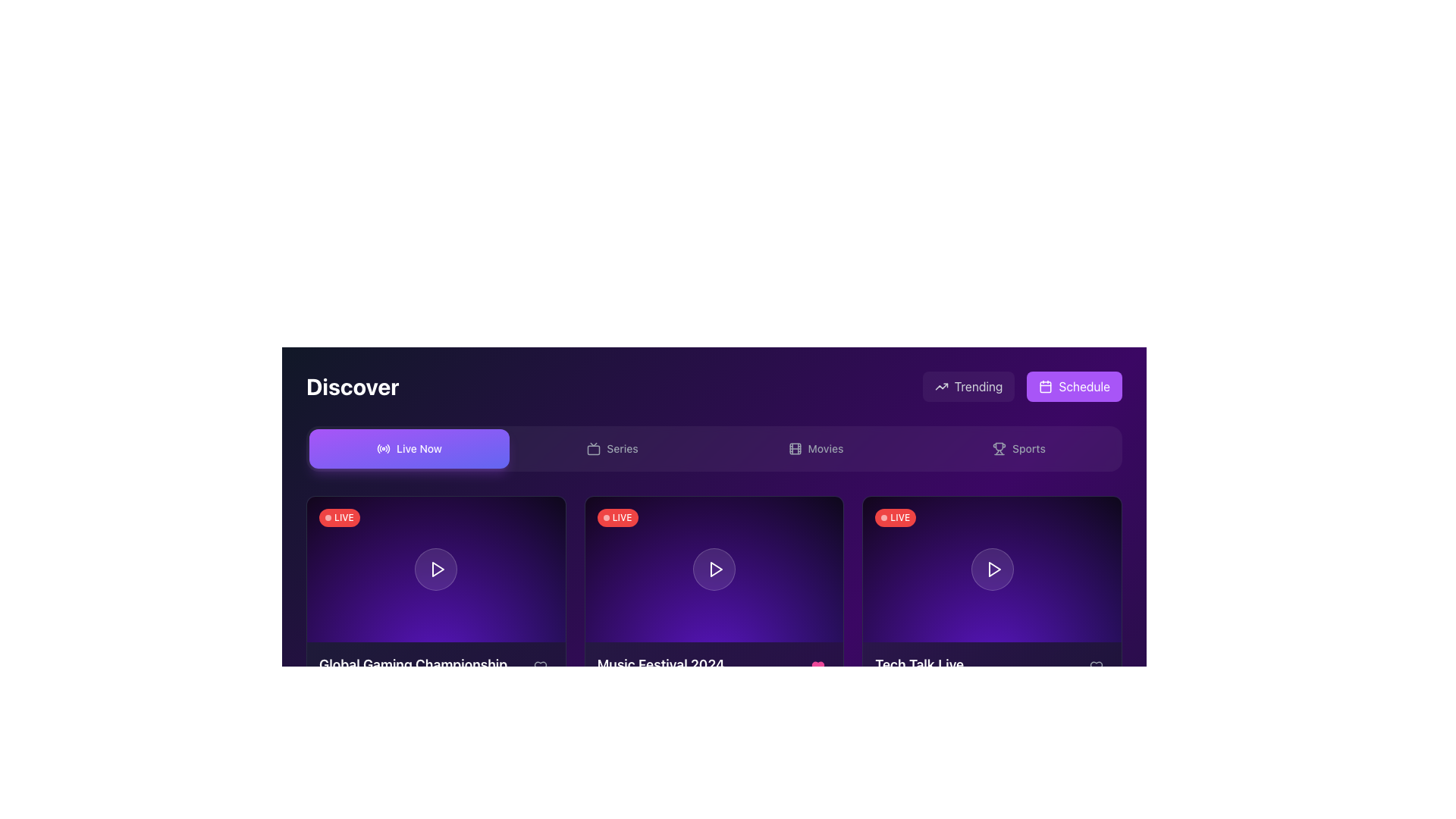 This screenshot has width=1456, height=819. What do you see at coordinates (352, 385) in the screenshot?
I see `the bold, large-sized text label displaying the word 'Discover', styled in white against a dark background, located in the top-left corner of the page layout` at bounding box center [352, 385].